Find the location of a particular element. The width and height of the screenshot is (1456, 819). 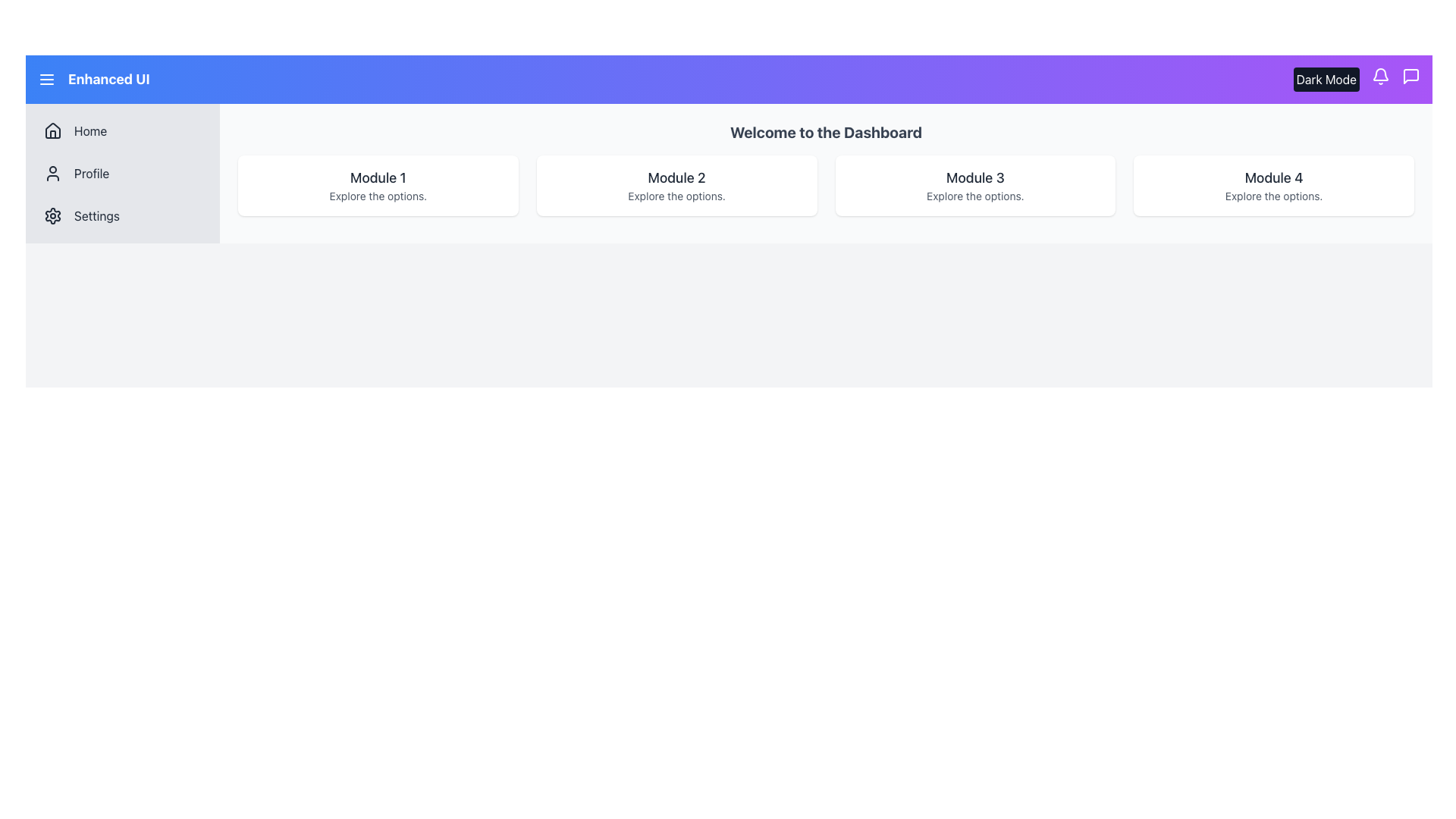

the module selector card for 'Module 1' located at the top left of the grid is located at coordinates (378, 185).